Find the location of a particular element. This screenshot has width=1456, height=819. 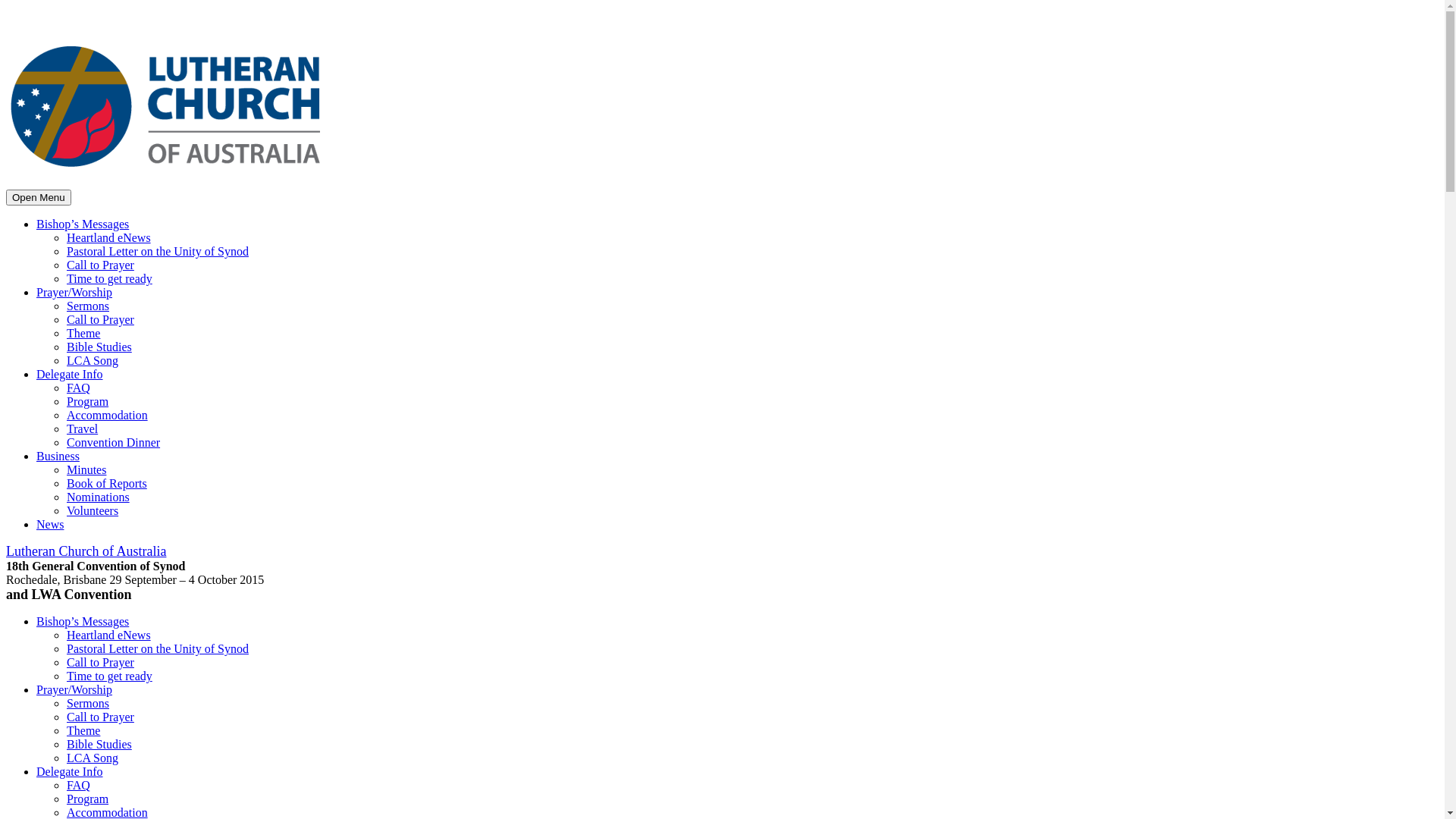

'FAQ' is located at coordinates (77, 785).